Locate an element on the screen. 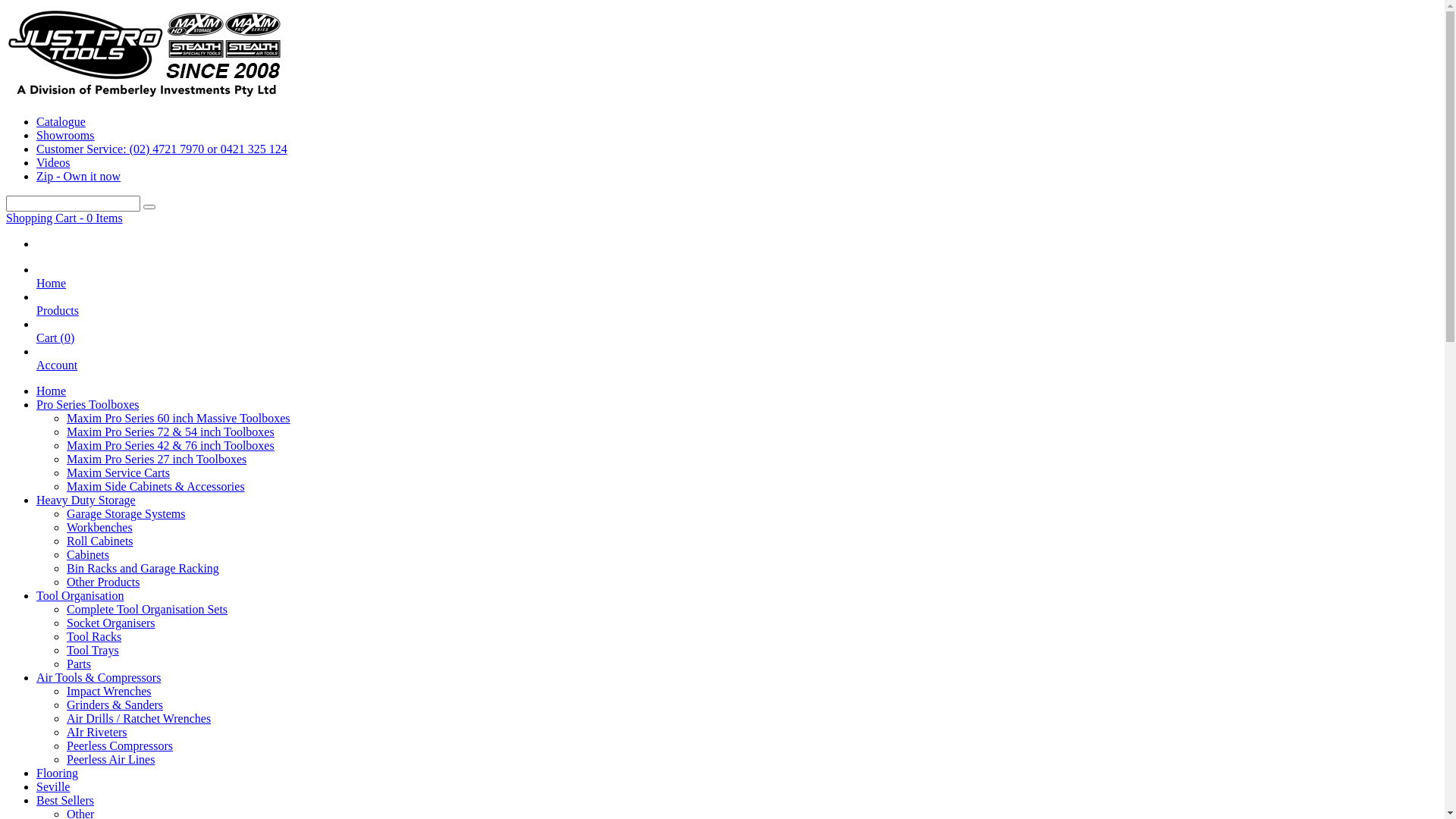 The image size is (1456, 819). 'Products' is located at coordinates (58, 316).